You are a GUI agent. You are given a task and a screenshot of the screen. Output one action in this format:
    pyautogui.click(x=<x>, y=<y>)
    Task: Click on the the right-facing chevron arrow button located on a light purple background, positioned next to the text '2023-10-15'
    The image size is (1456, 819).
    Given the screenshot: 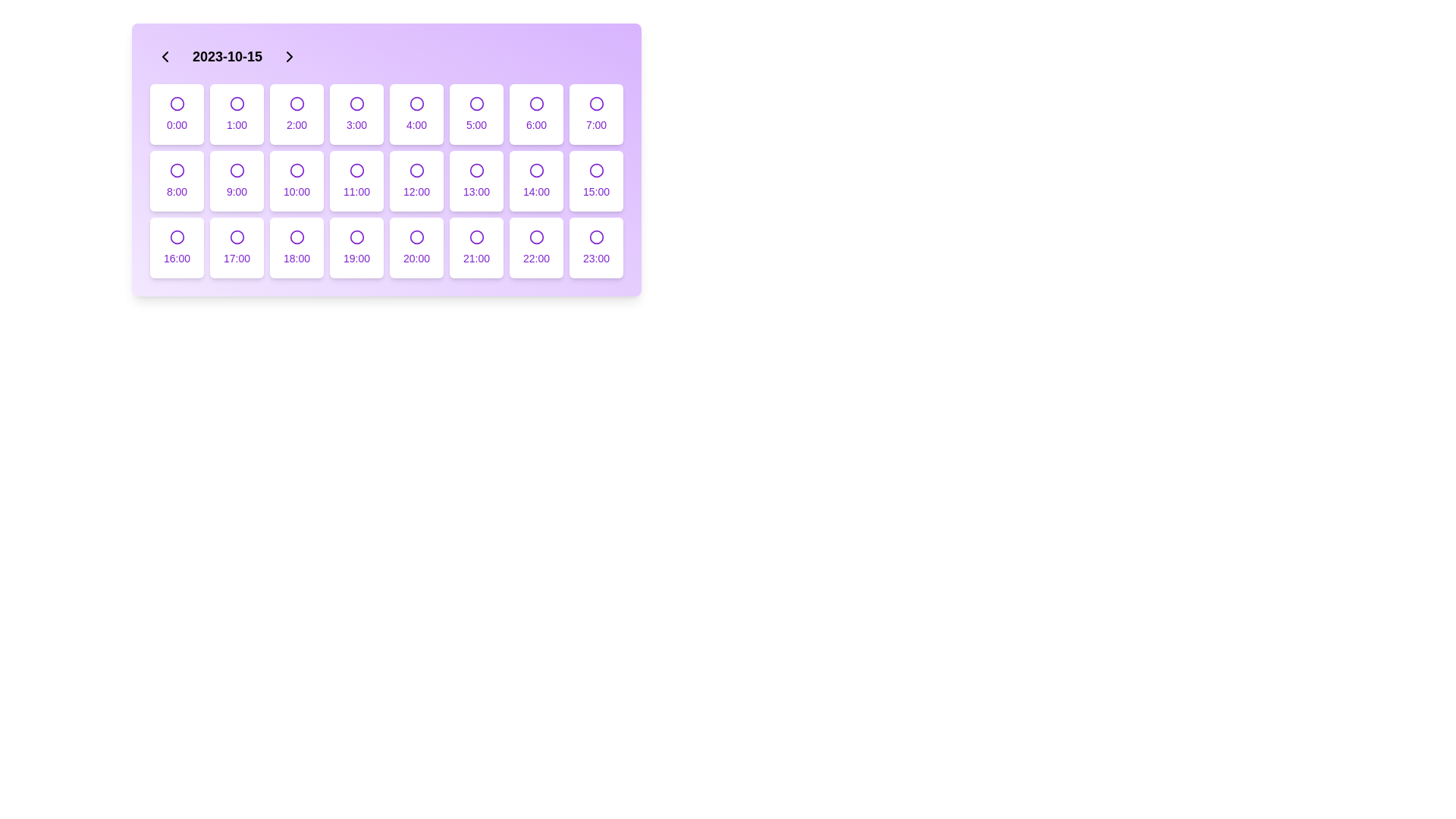 What is the action you would take?
    pyautogui.click(x=290, y=55)
    